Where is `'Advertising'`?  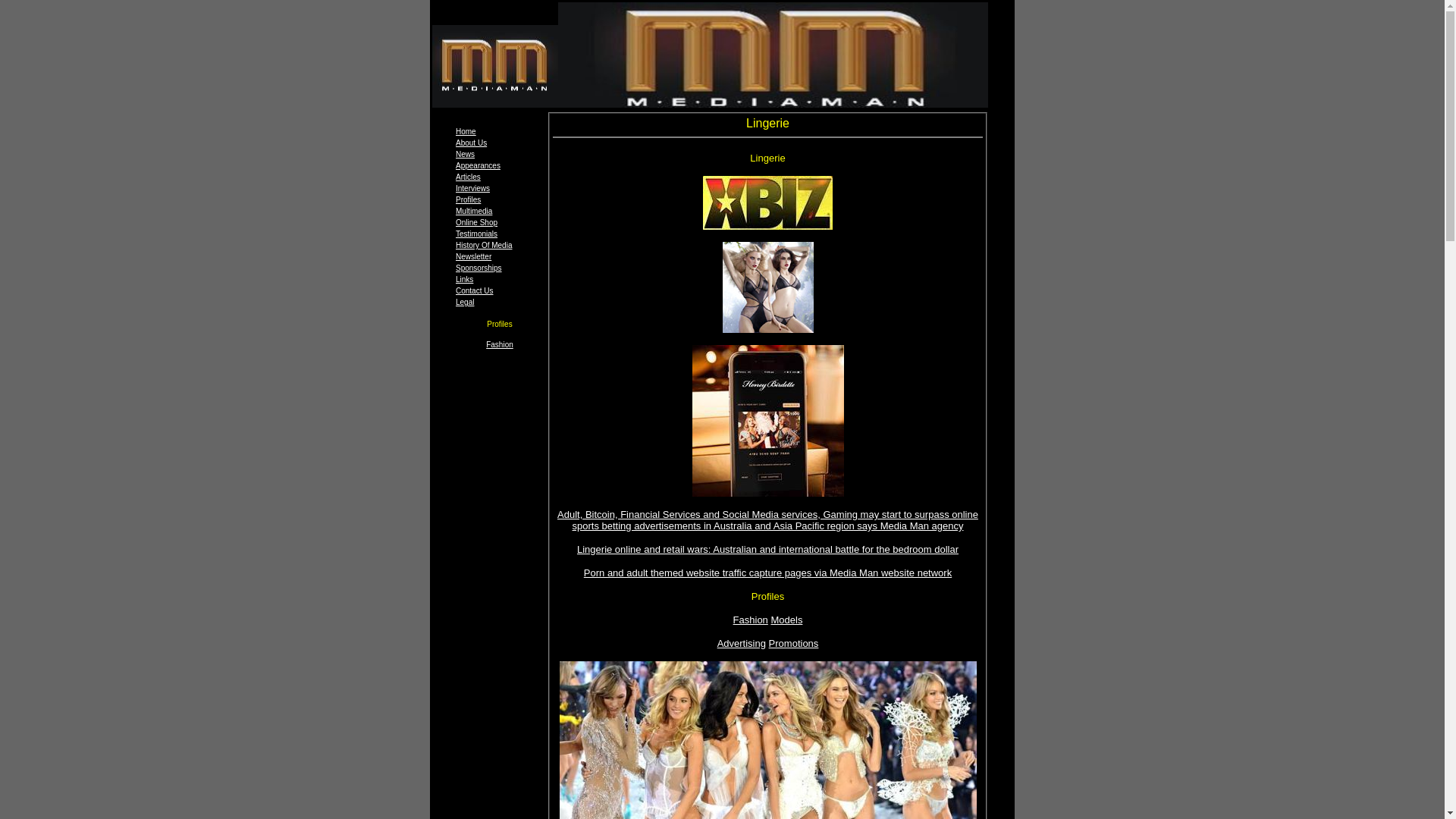
'Advertising' is located at coordinates (716, 643).